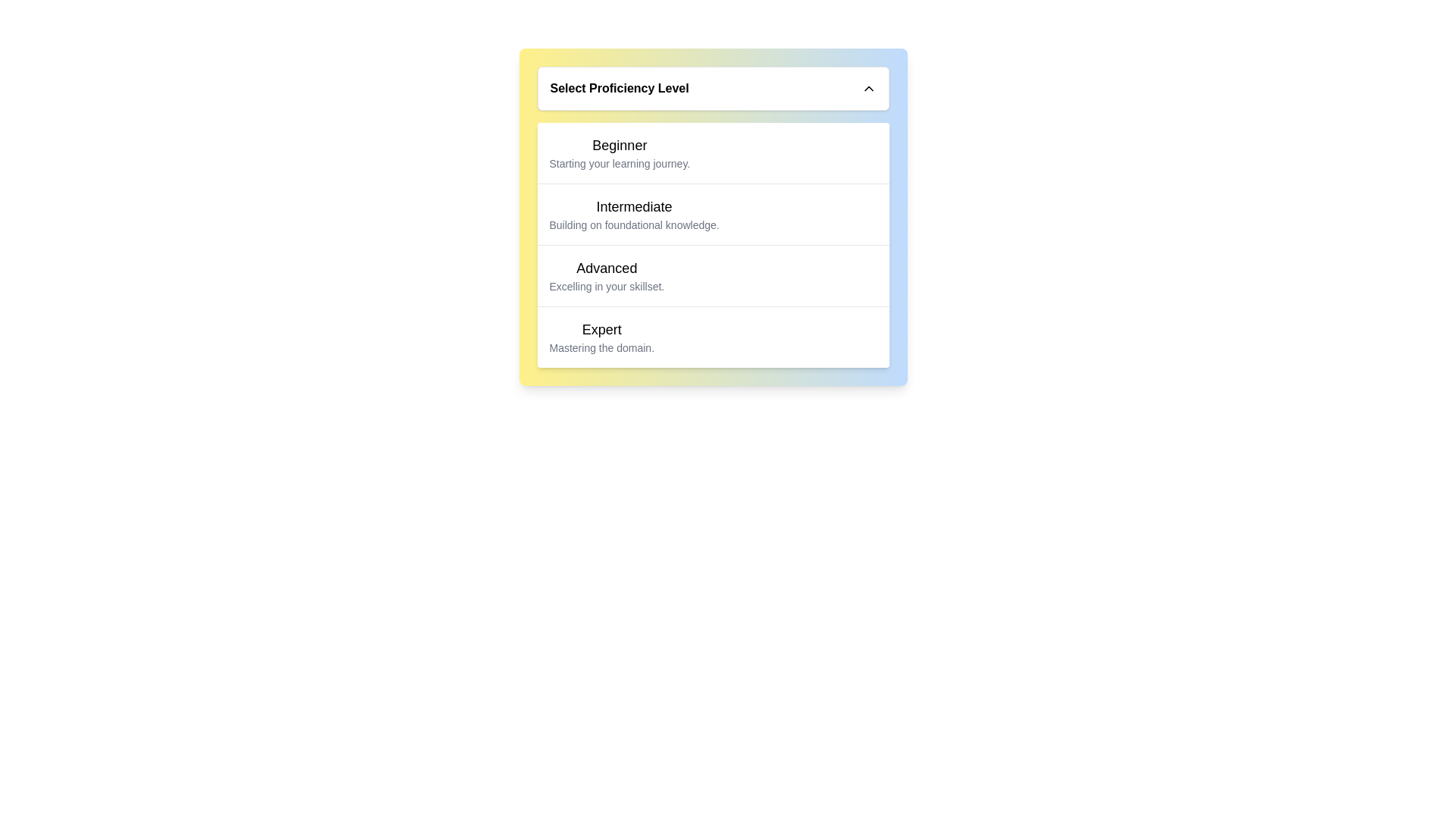  What do you see at coordinates (620, 146) in the screenshot?
I see `text label indicating the beginner level in the proficiency selection menu, located in the top-left section of the list layout` at bounding box center [620, 146].